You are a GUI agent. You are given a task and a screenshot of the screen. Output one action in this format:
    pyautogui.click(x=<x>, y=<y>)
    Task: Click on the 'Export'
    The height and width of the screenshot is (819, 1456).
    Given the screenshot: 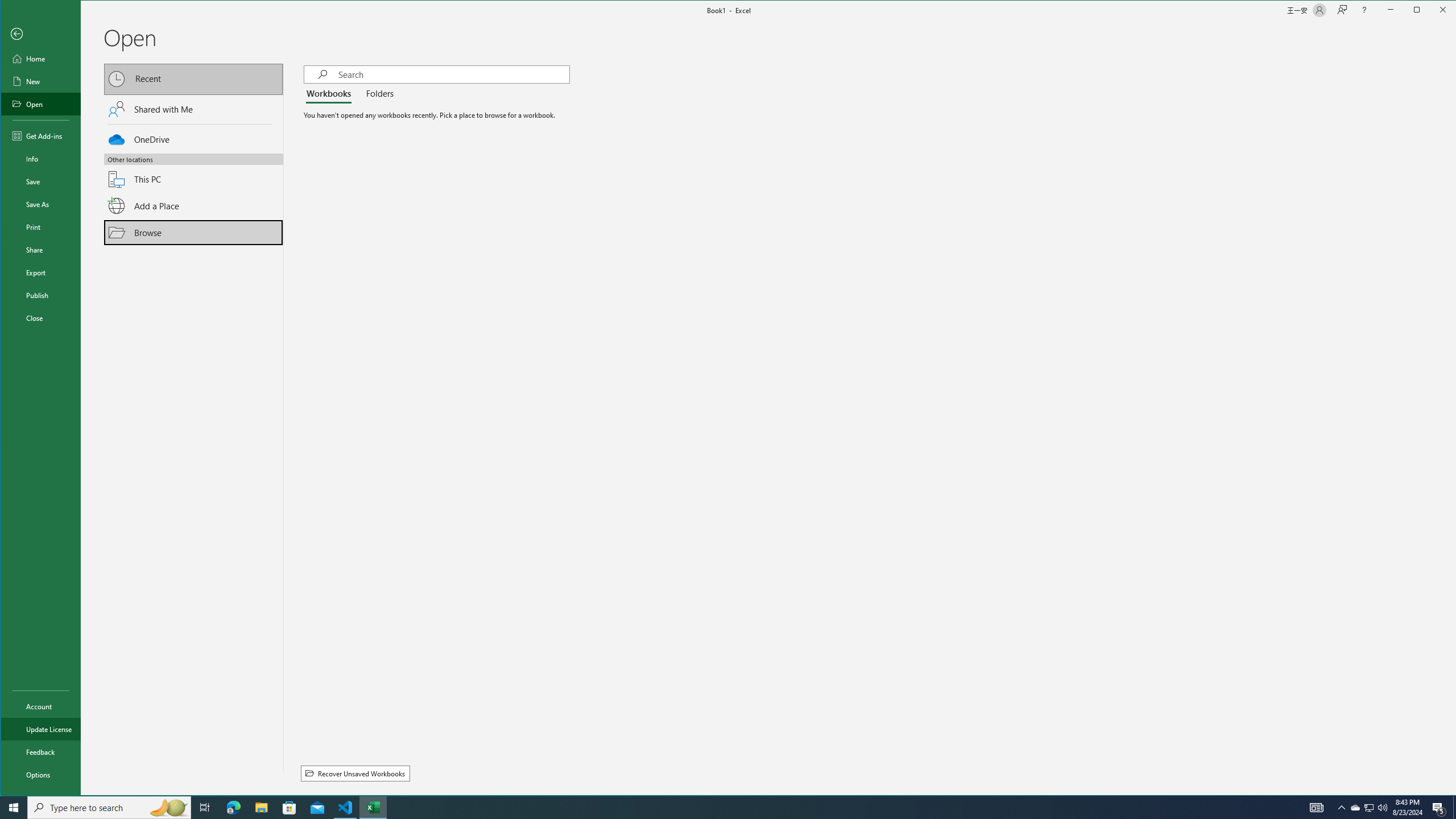 What is the action you would take?
    pyautogui.click(x=40, y=272)
    